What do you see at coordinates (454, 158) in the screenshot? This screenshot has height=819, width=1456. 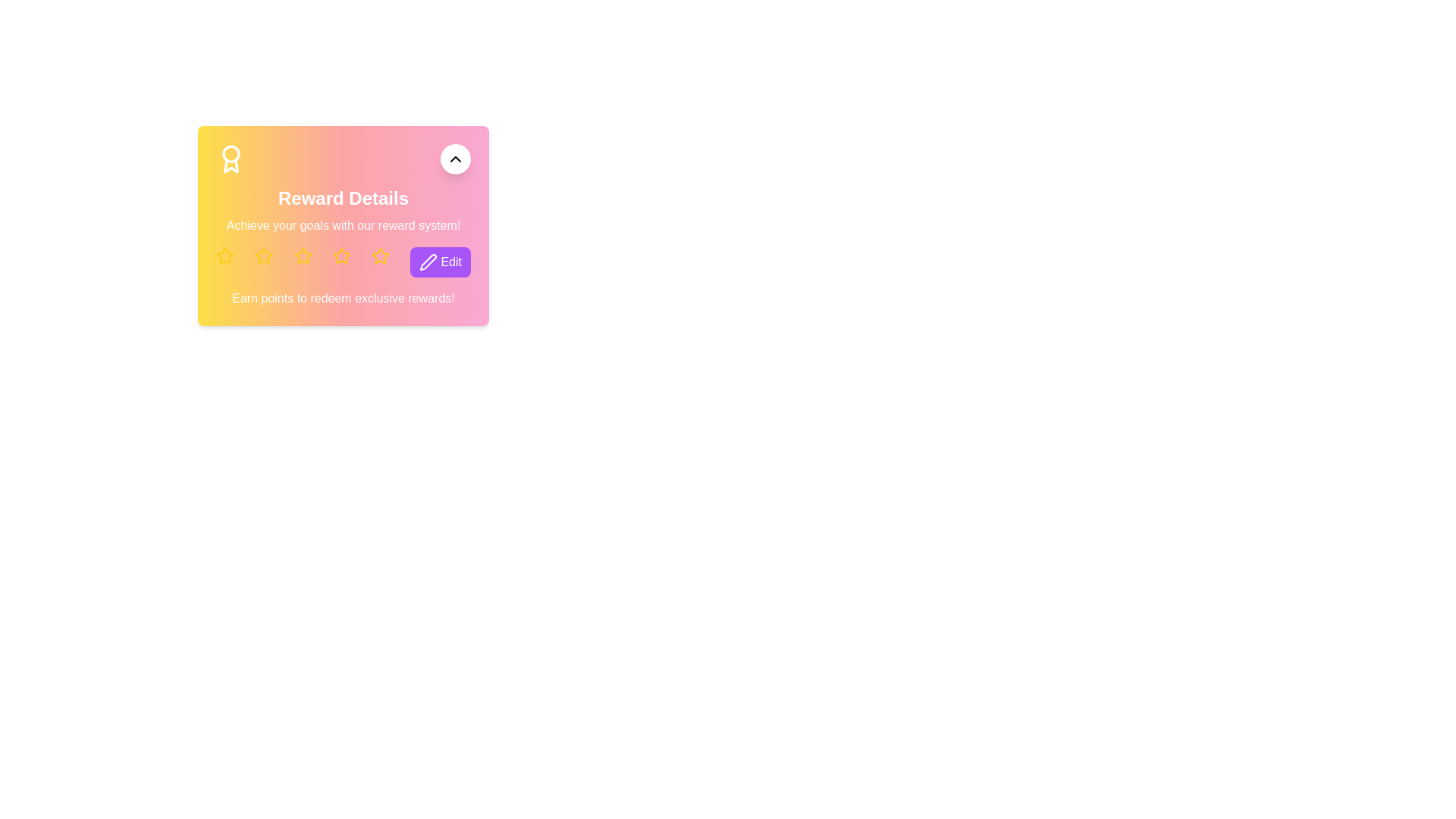 I see `the toggle button located at the top right corner of the 'Reward Details' section to show or hide additional content` at bounding box center [454, 158].